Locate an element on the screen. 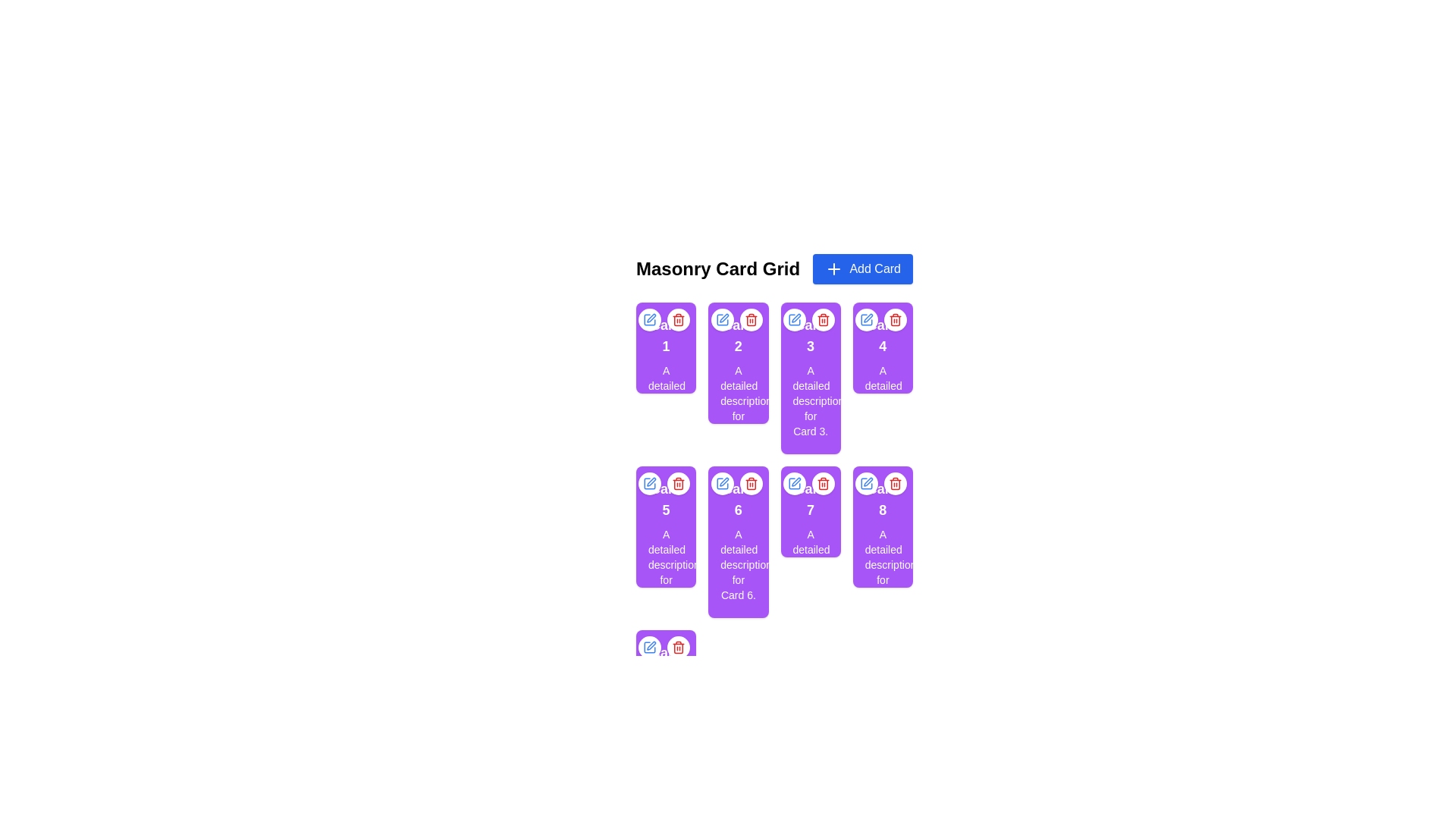 Image resolution: width=1456 pixels, height=819 pixels. the edit icon located inside a white circular button above the last card in the masonry card grid is located at coordinates (650, 647).